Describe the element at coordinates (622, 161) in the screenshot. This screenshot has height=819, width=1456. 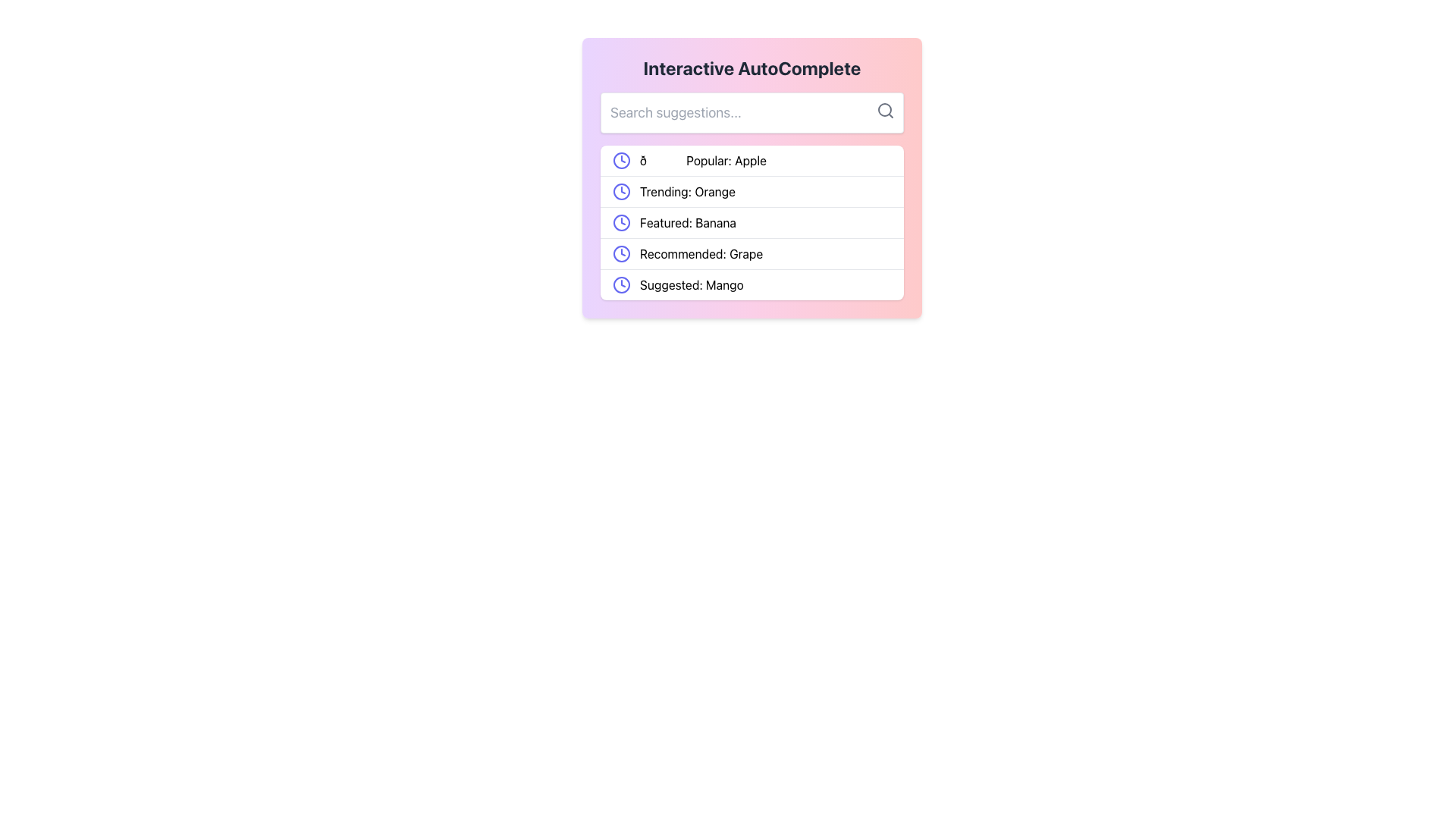
I see `the SVG circle element of the clock icon located in the leftmost column of the first row of the dropdown suggestion list` at that location.